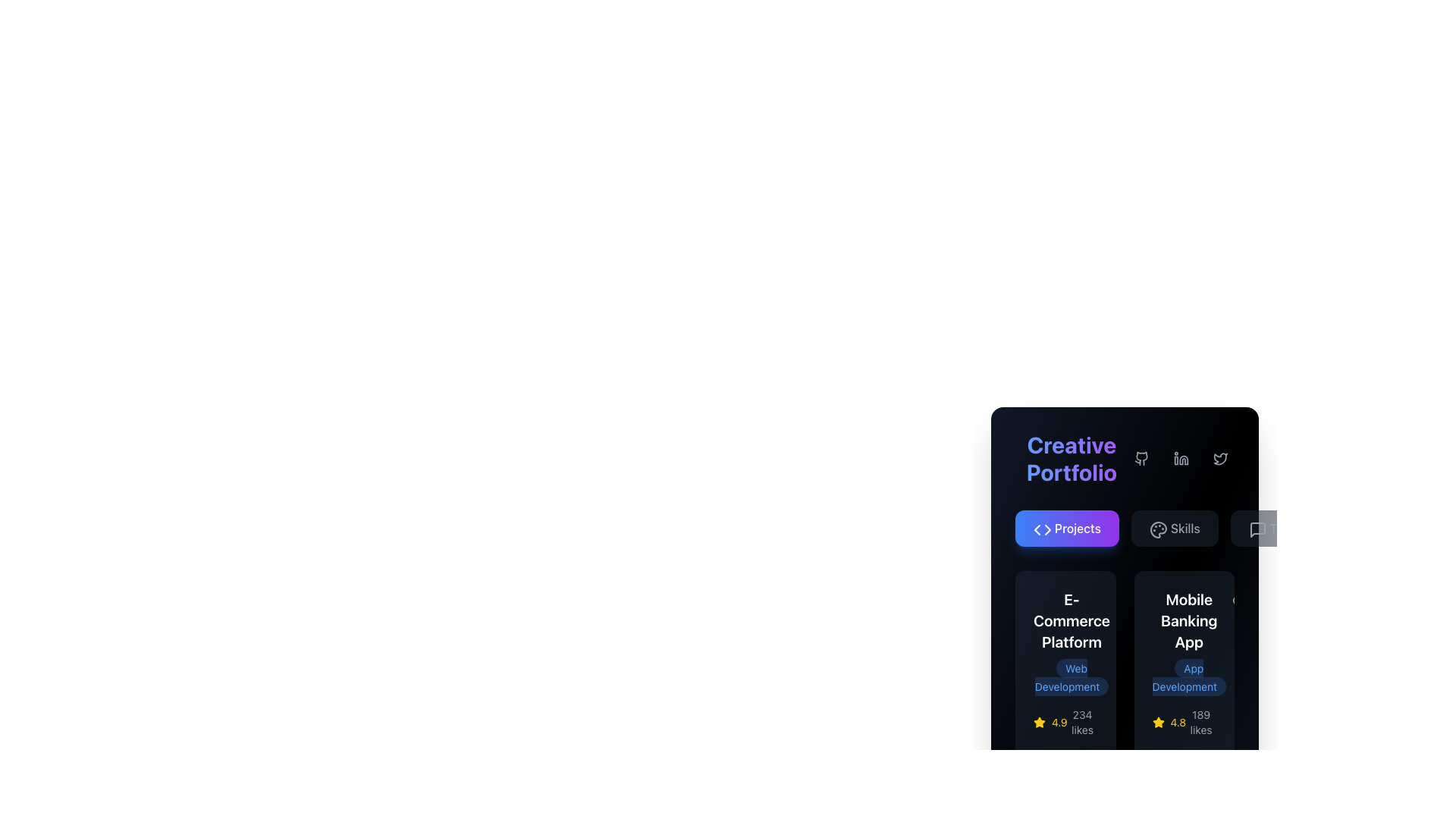  Describe the element at coordinates (1071, 676) in the screenshot. I see `the rounded badge with the text 'Web Development', which is located below the heading 'E-Commerce Platform' in the vertical card layout` at that location.